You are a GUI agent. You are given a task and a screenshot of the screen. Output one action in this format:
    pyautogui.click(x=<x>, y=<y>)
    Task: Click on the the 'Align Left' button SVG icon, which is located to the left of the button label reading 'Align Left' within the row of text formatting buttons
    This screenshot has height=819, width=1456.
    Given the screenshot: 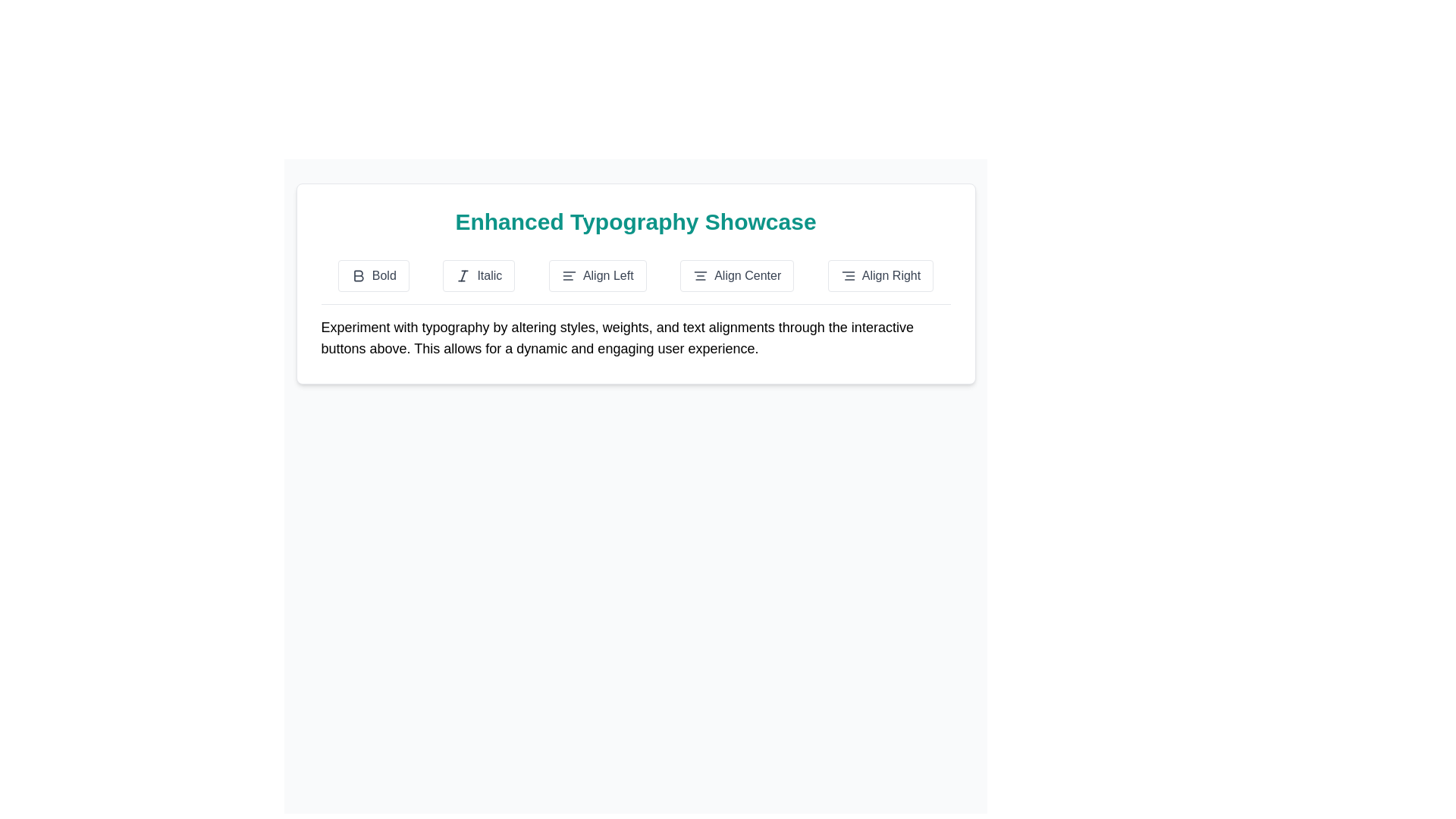 What is the action you would take?
    pyautogui.click(x=568, y=275)
    